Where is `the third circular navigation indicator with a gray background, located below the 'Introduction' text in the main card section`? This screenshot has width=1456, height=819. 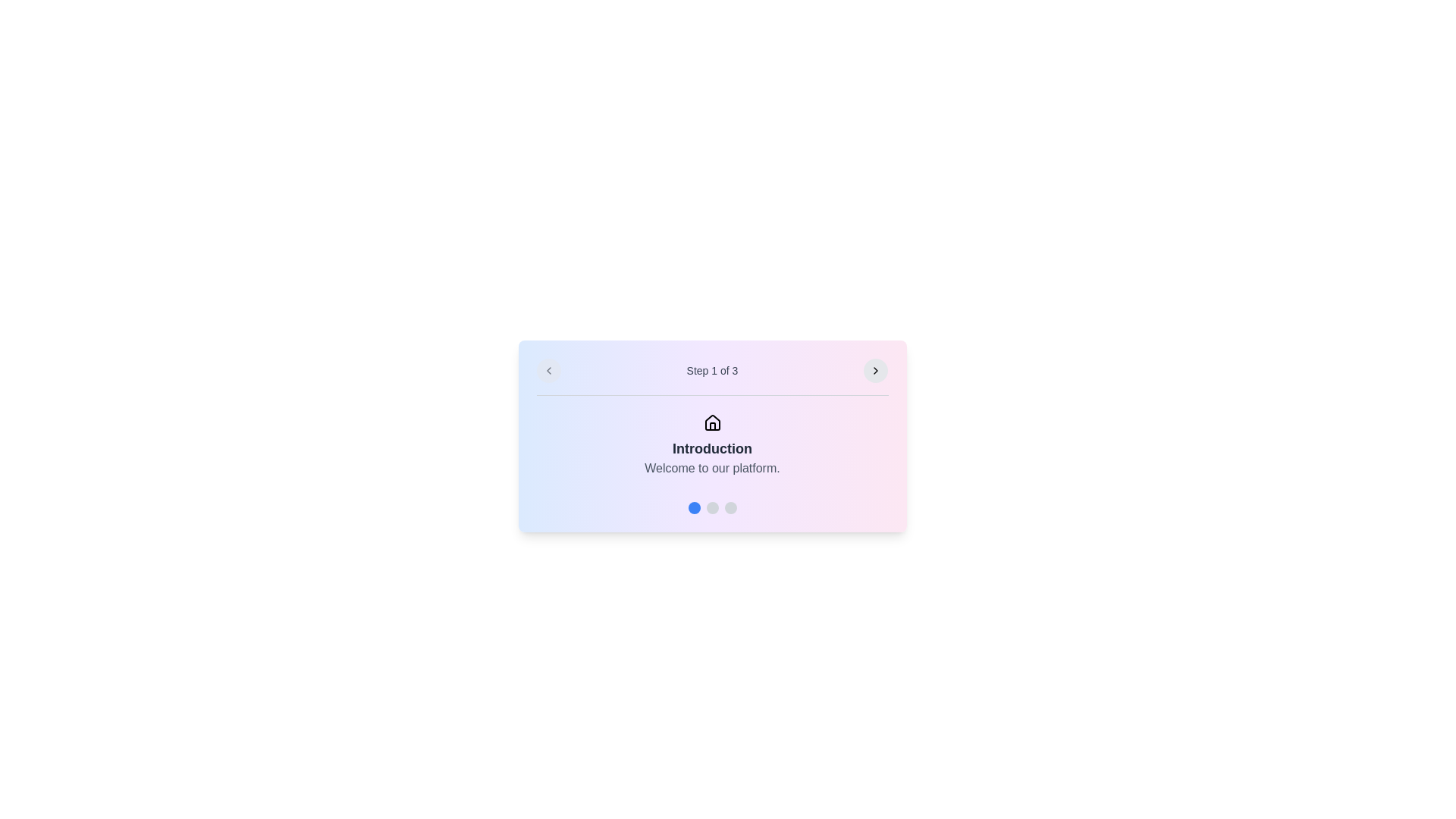 the third circular navigation indicator with a gray background, located below the 'Introduction' text in the main card section is located at coordinates (730, 508).